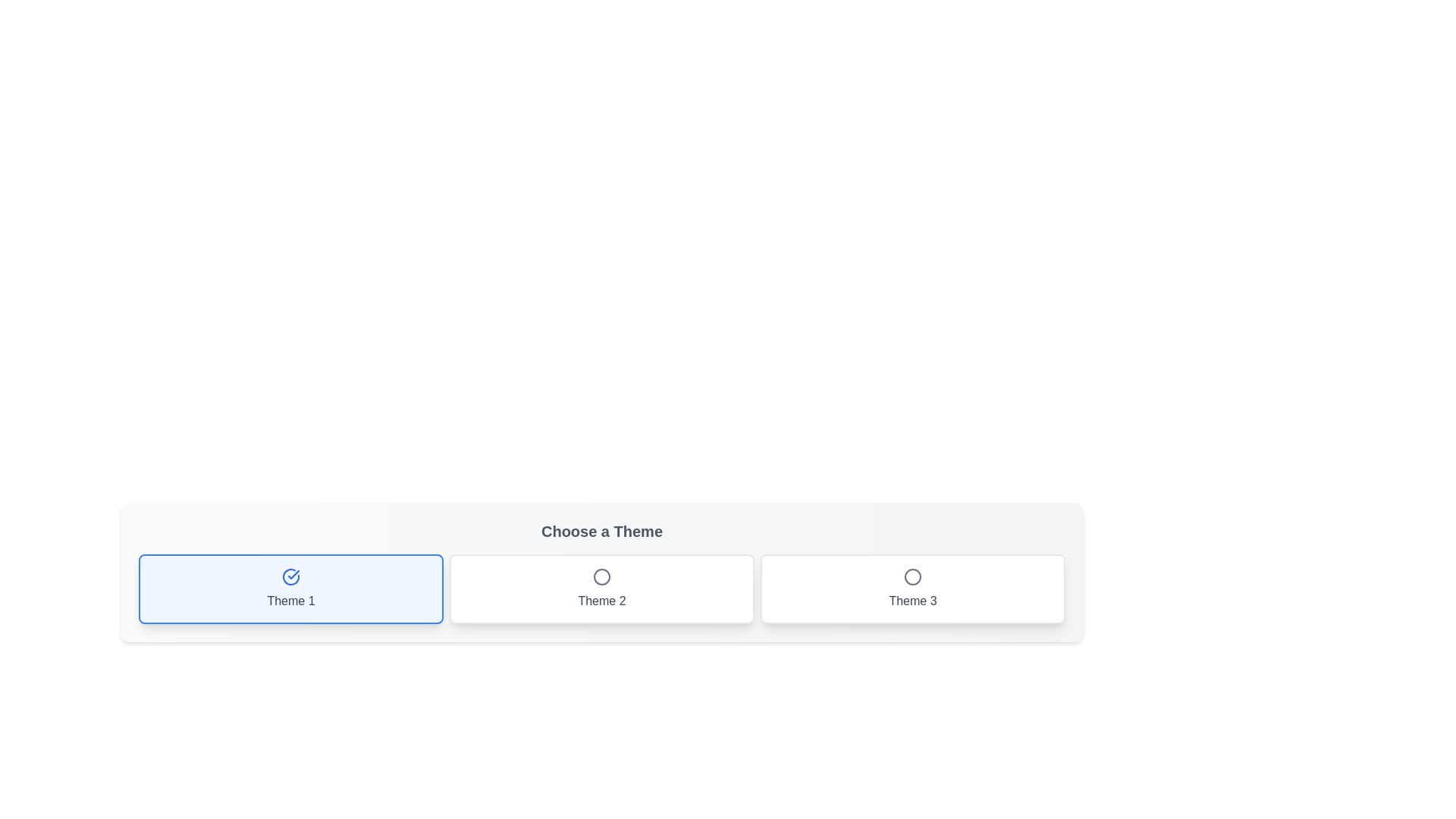 The height and width of the screenshot is (819, 1456). I want to click on the 'Theme 2' icon, which visually indicates the selection state or category of this theme option, so click(601, 576).